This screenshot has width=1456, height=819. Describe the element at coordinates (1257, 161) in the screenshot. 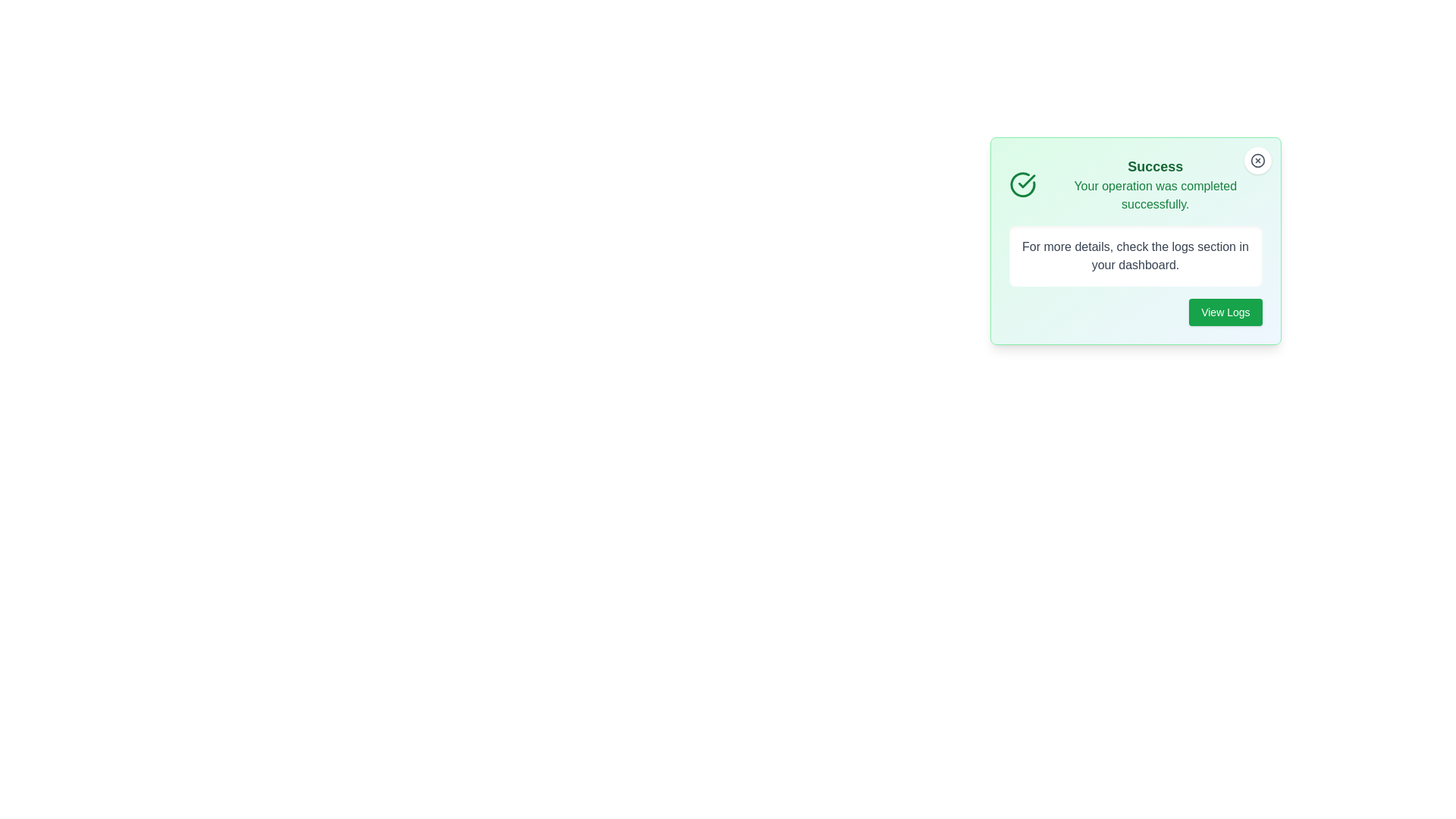

I see `the close button of the notification` at that location.